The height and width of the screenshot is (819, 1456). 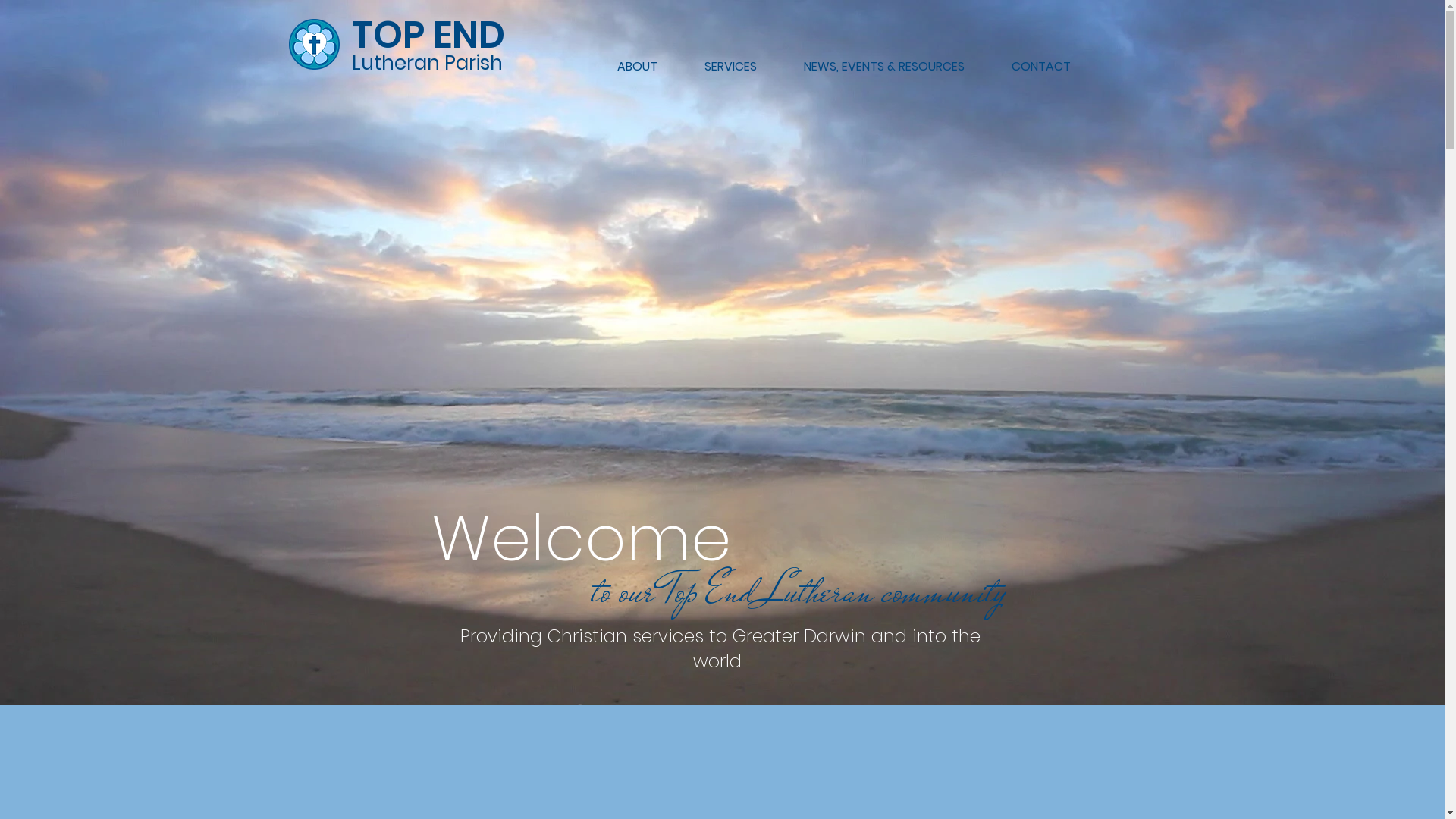 I want to click on 'Lutheran Parish', so click(x=351, y=62).